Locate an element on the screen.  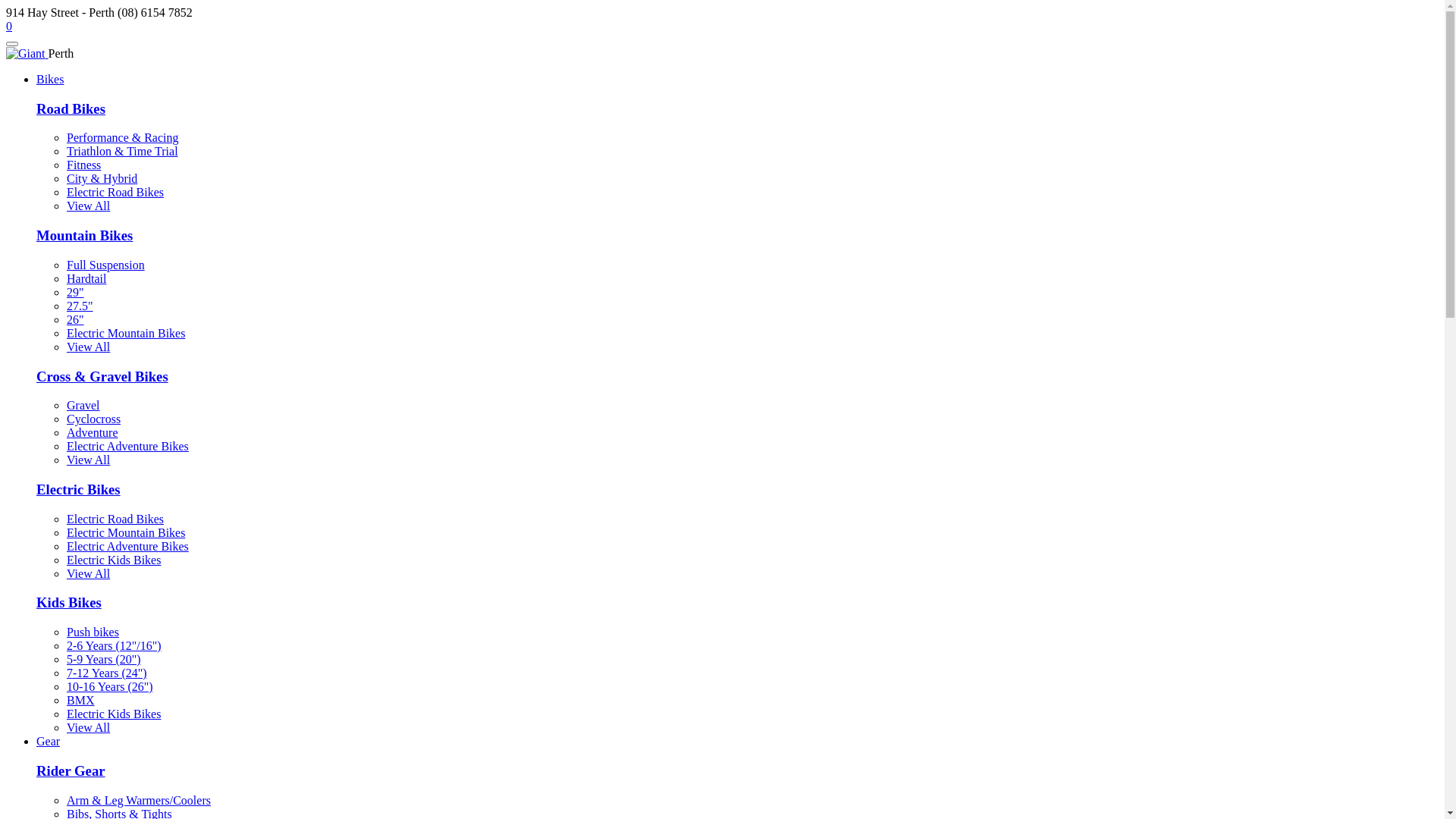
'Electric Kids Bikes' is located at coordinates (112, 714).